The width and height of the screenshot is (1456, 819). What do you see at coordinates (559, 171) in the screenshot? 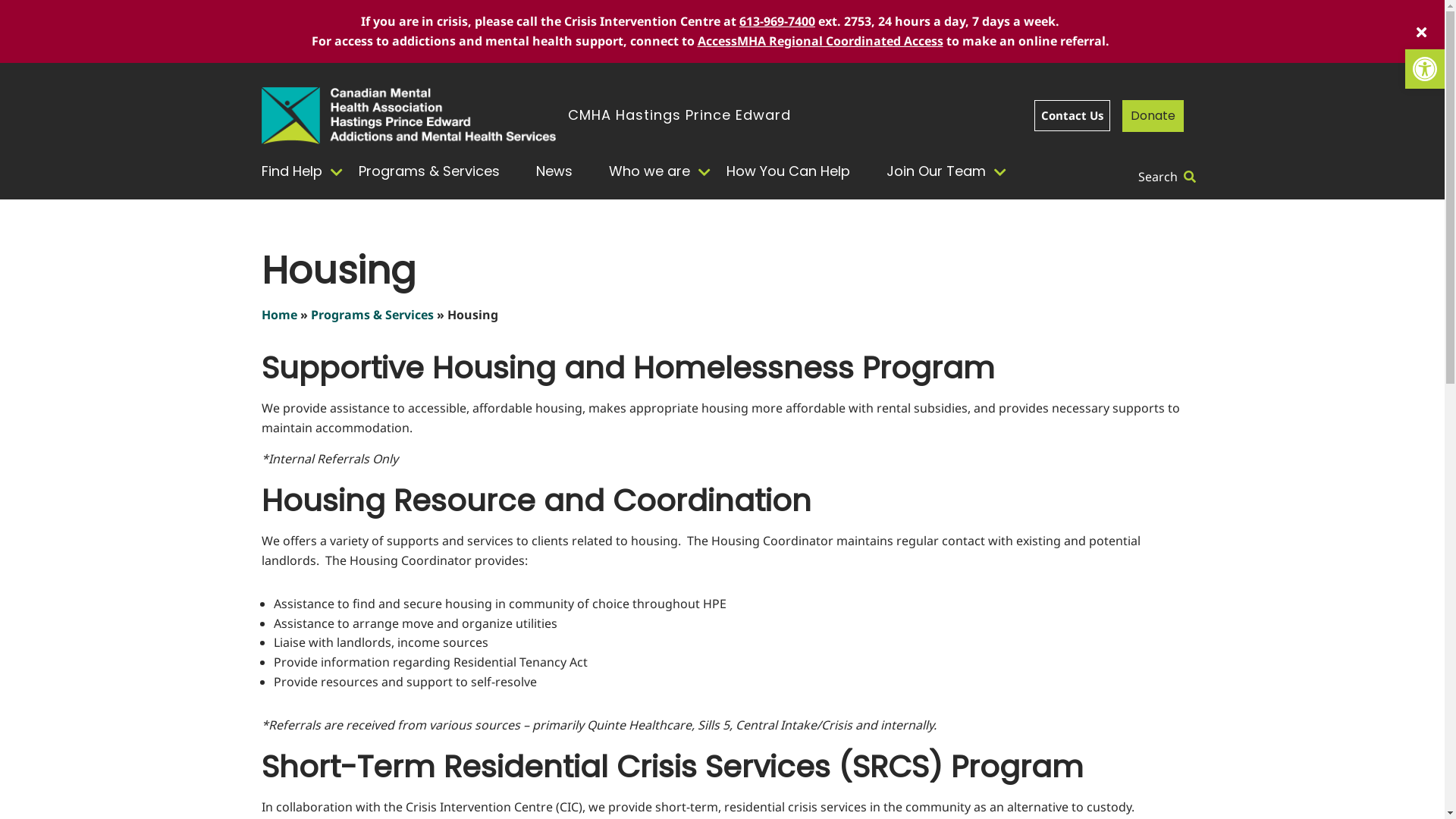
I see `'News'` at bounding box center [559, 171].